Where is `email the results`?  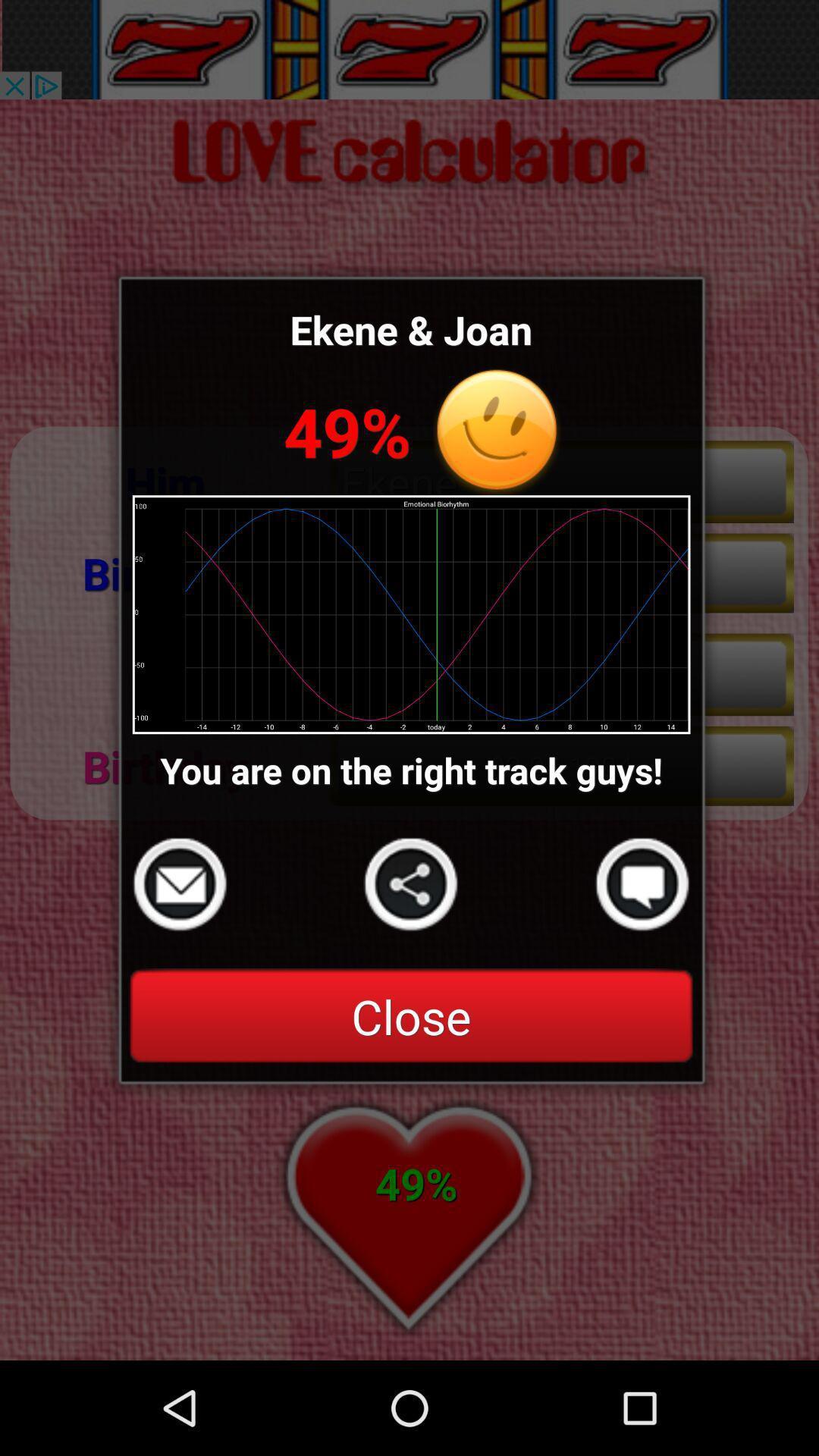 email the results is located at coordinates (179, 884).